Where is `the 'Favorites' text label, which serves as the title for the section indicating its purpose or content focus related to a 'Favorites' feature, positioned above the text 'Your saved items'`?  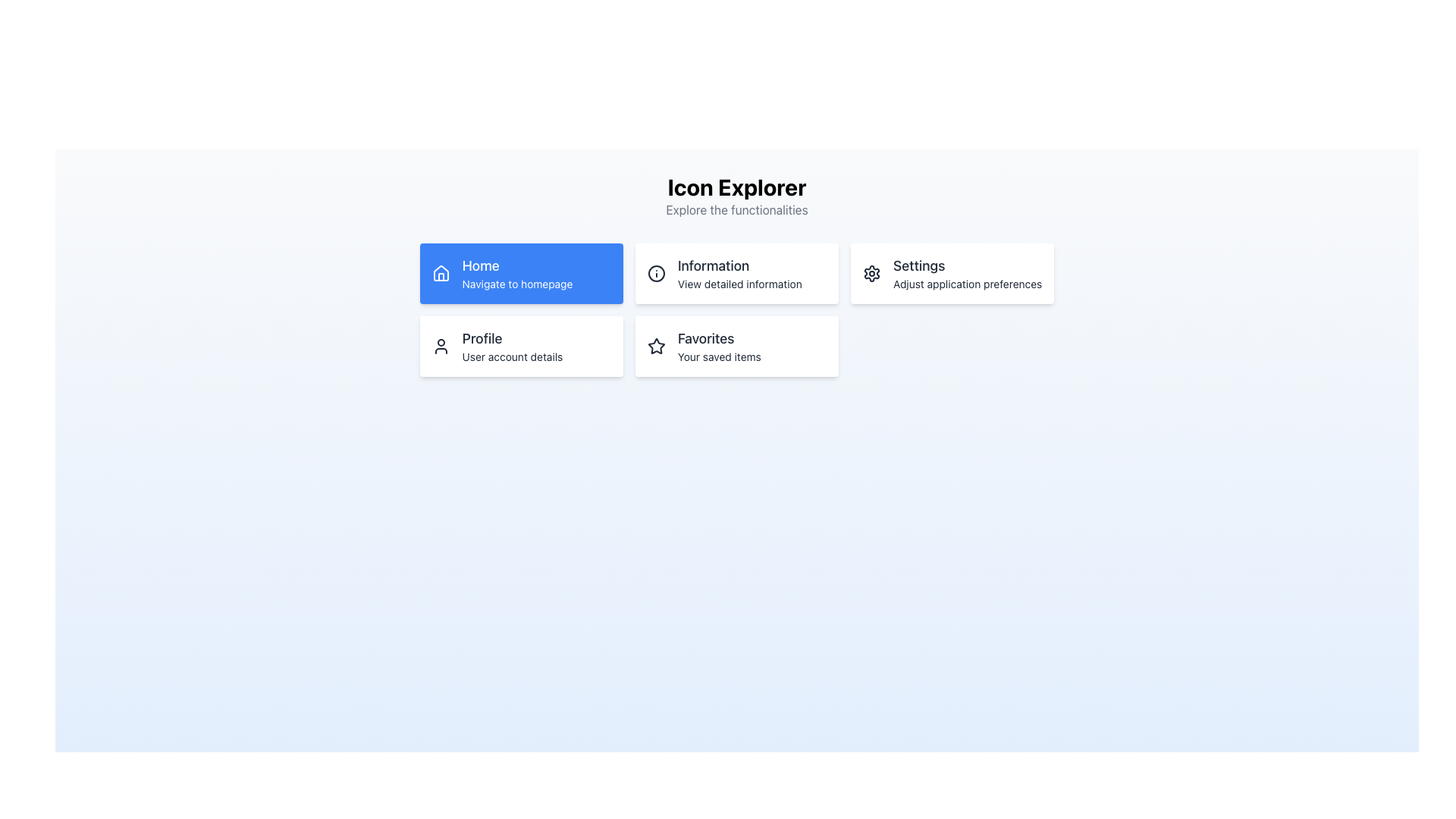 the 'Favorites' text label, which serves as the title for the section indicating its purpose or content focus related to a 'Favorites' feature, positioned above the text 'Your saved items' is located at coordinates (718, 338).